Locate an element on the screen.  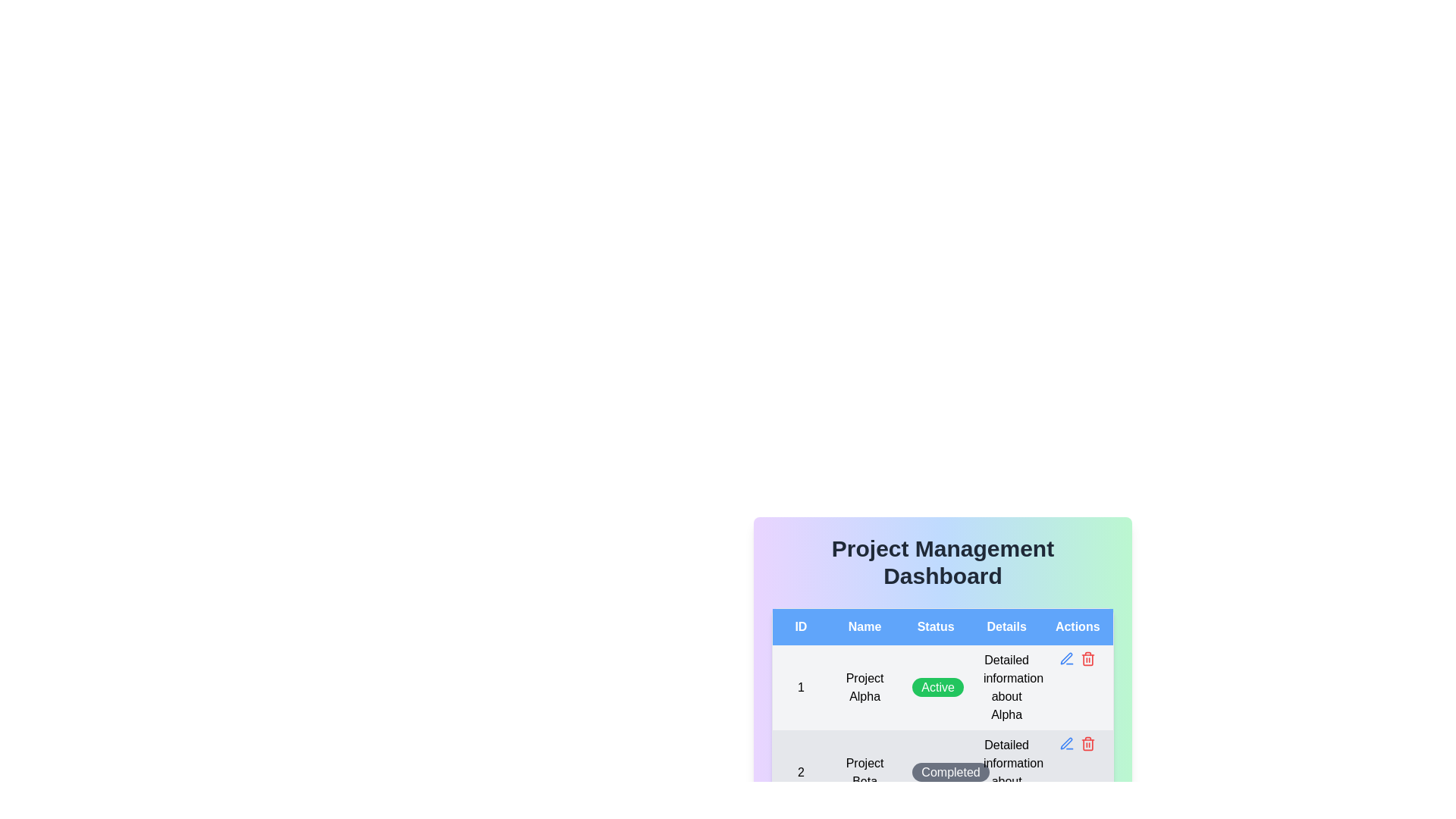
the 'Completed' button, which is a rectangular button with a gray background and white text located is located at coordinates (949, 772).